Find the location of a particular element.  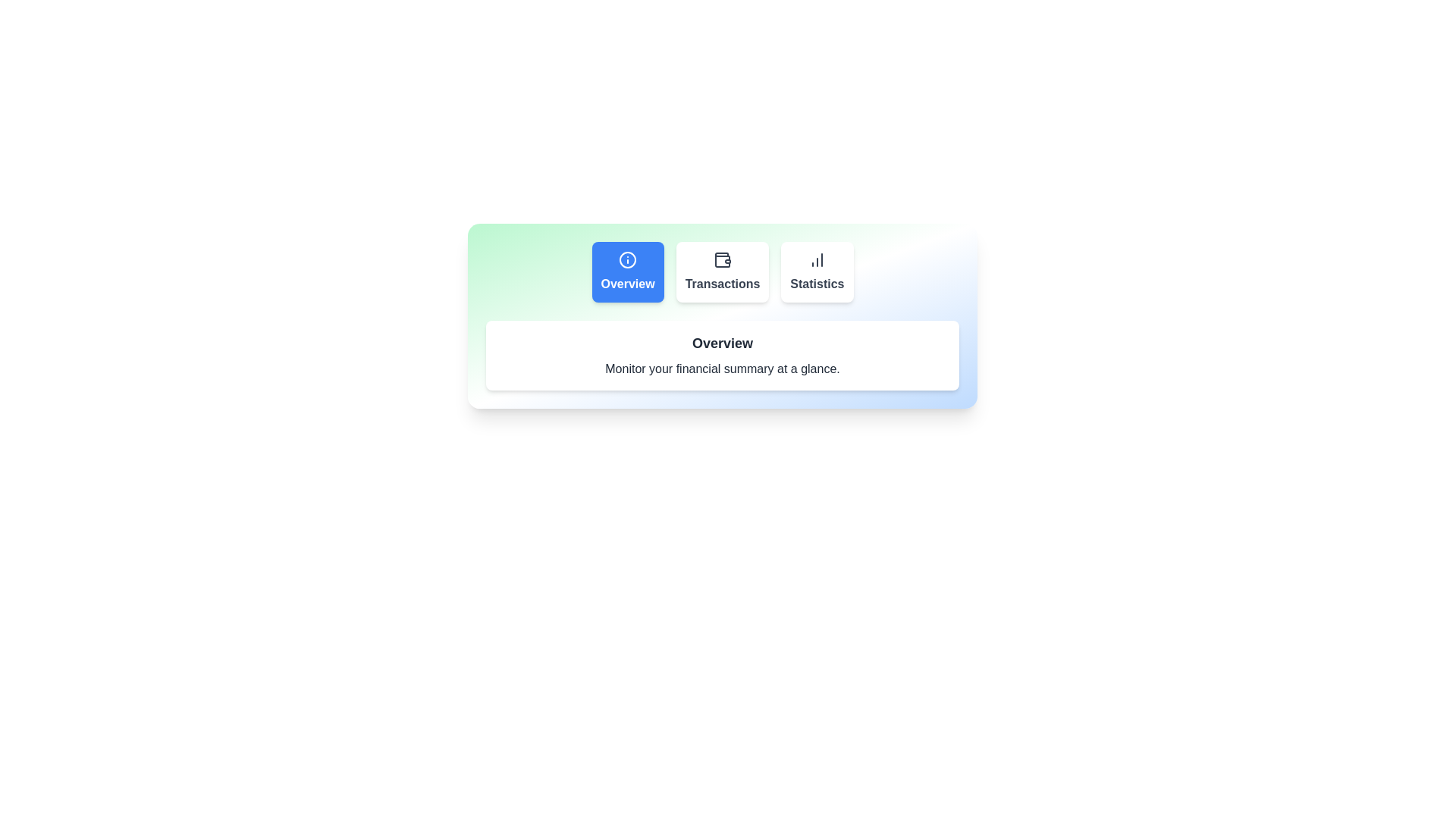

the Statistics tab to explore its content is located at coordinates (817, 271).